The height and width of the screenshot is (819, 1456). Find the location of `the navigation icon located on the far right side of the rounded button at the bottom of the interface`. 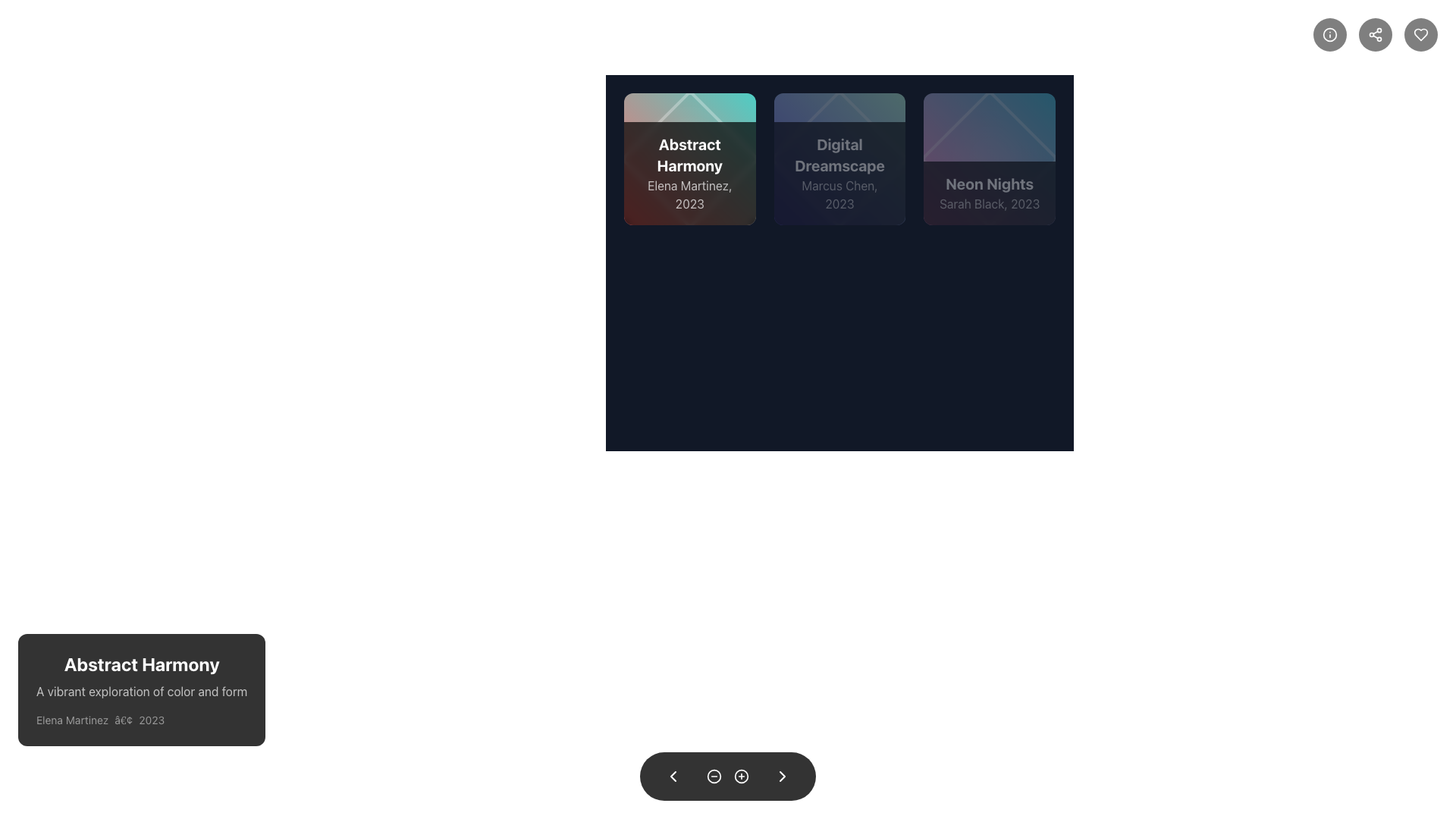

the navigation icon located on the far right side of the rounded button at the bottom of the interface is located at coordinates (783, 776).